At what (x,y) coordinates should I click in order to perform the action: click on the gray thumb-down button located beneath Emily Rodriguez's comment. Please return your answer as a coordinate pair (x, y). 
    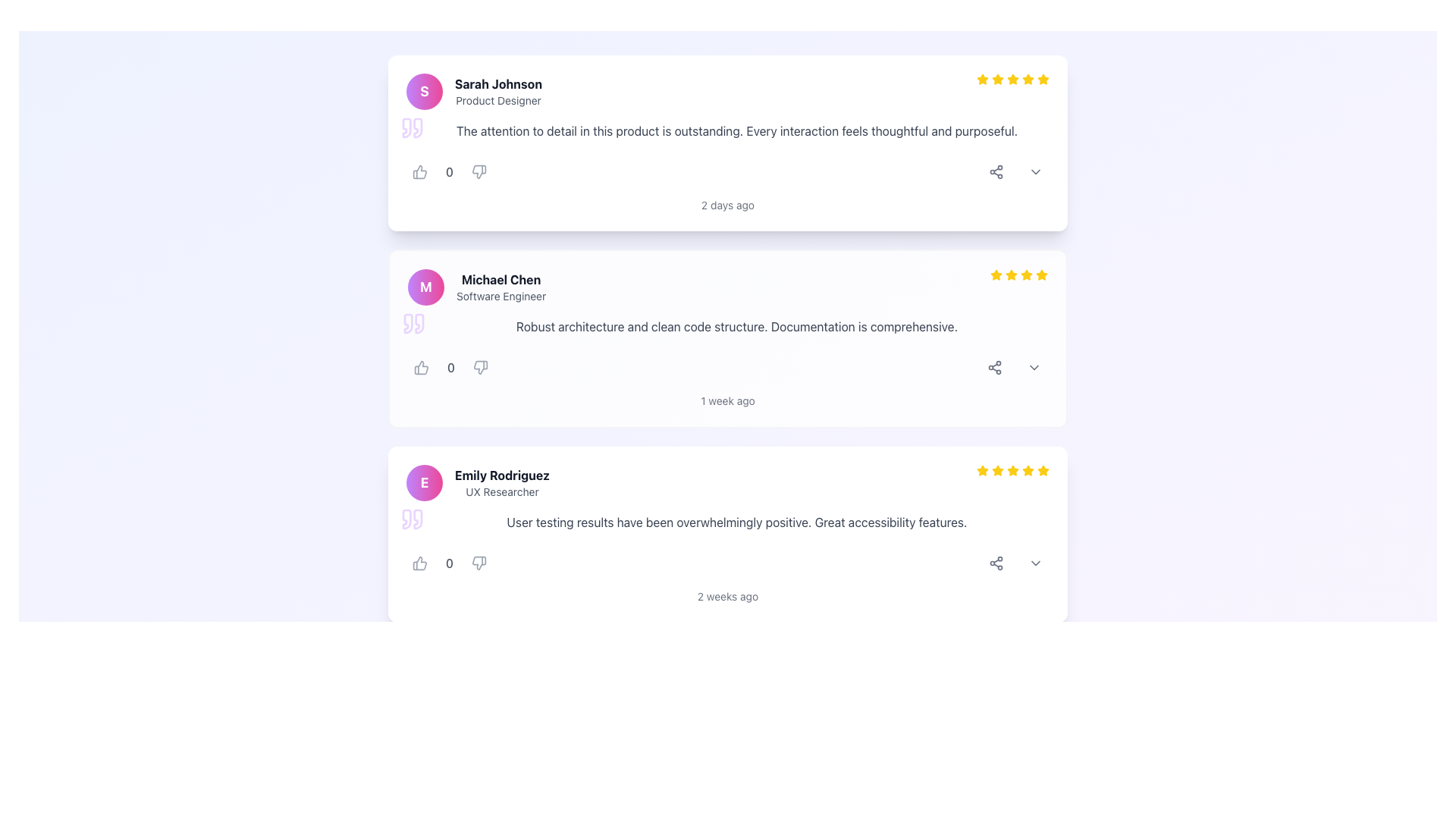
    Looking at the image, I should click on (479, 563).